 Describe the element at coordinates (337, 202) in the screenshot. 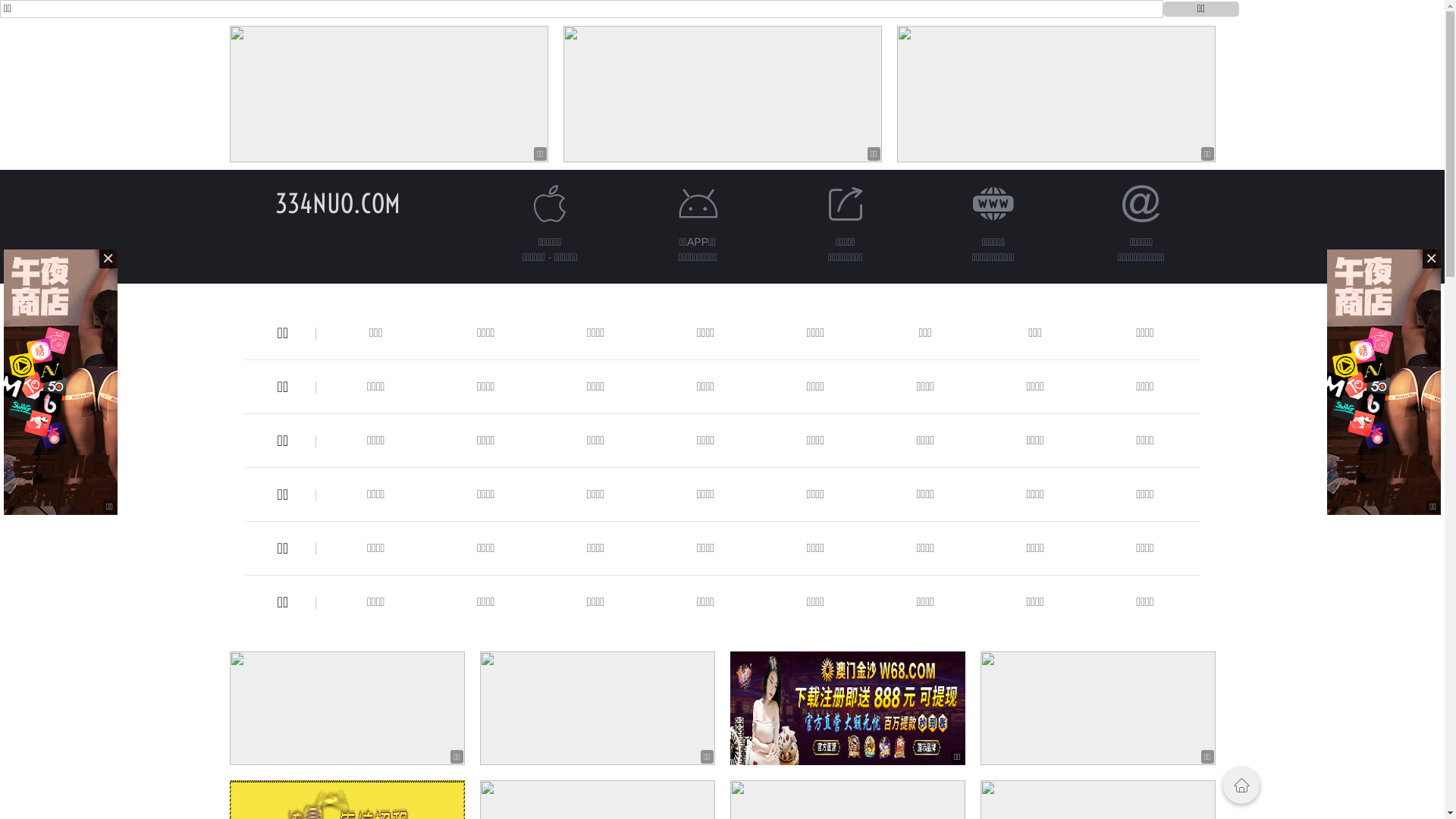

I see `'334NUO.COM'` at that location.